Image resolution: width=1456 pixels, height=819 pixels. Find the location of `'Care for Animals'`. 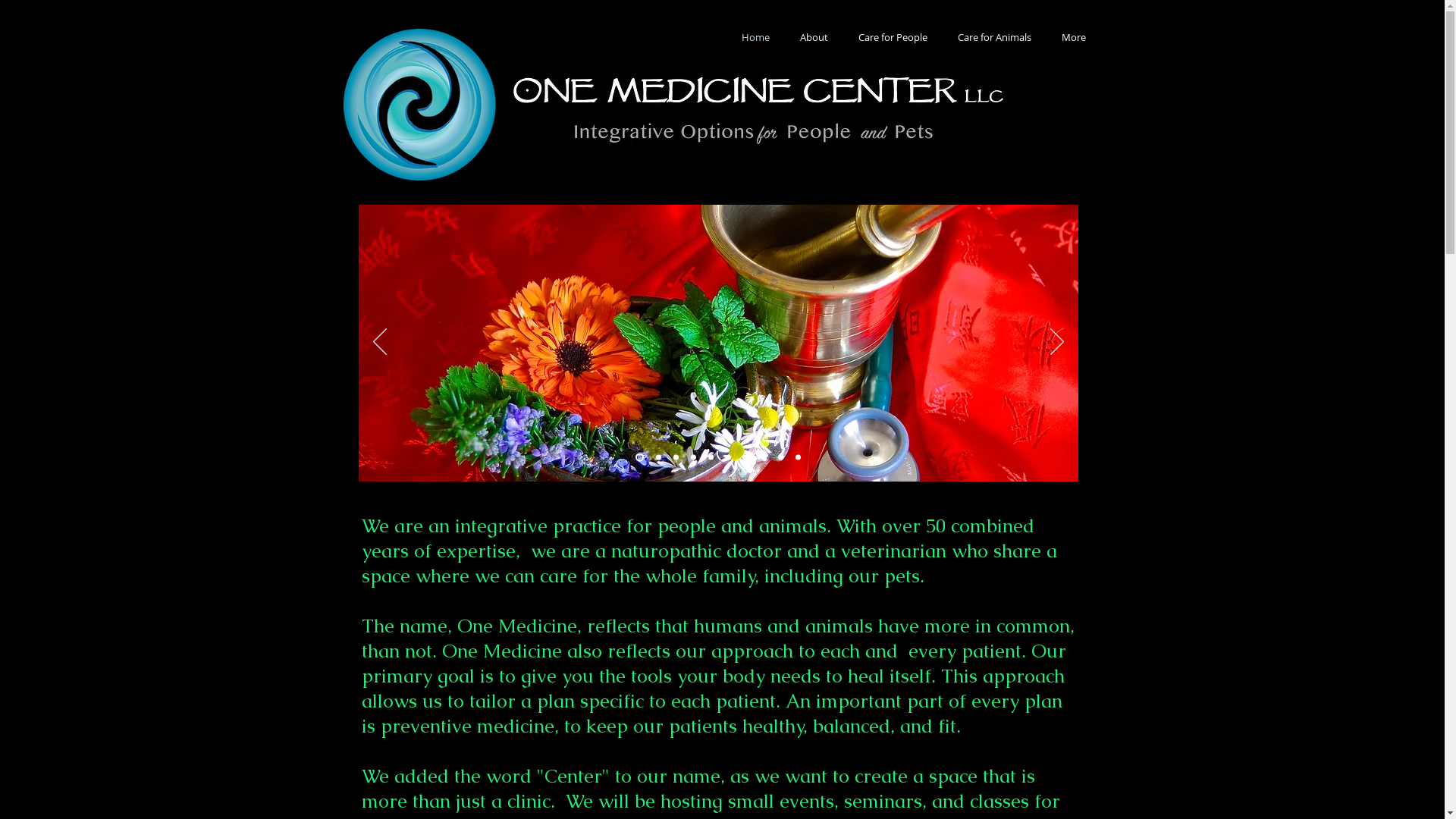

'Care for Animals' is located at coordinates (993, 36).